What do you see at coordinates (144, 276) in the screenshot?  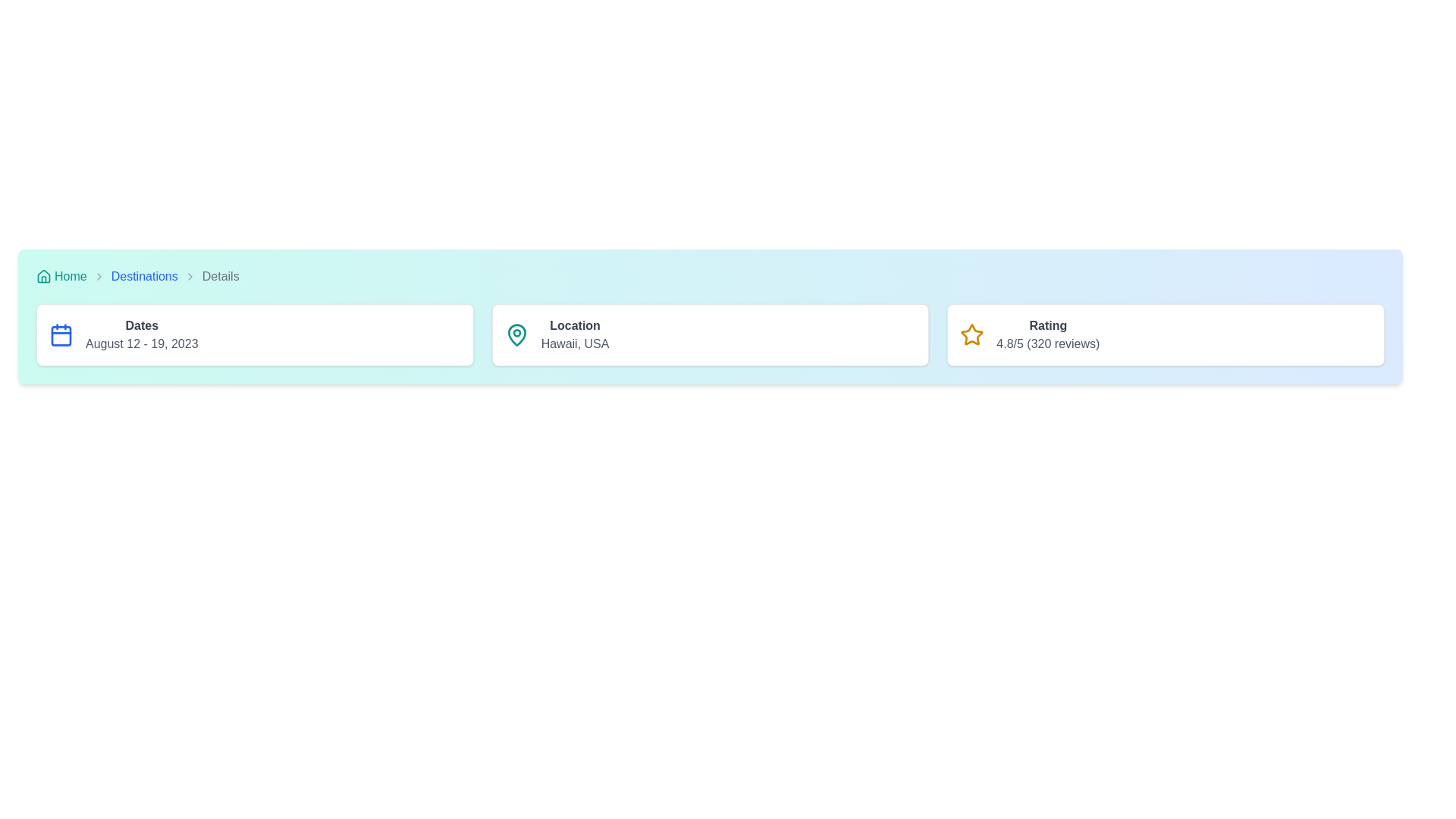 I see `the clickable text link labeled 'Destinations'` at bounding box center [144, 276].